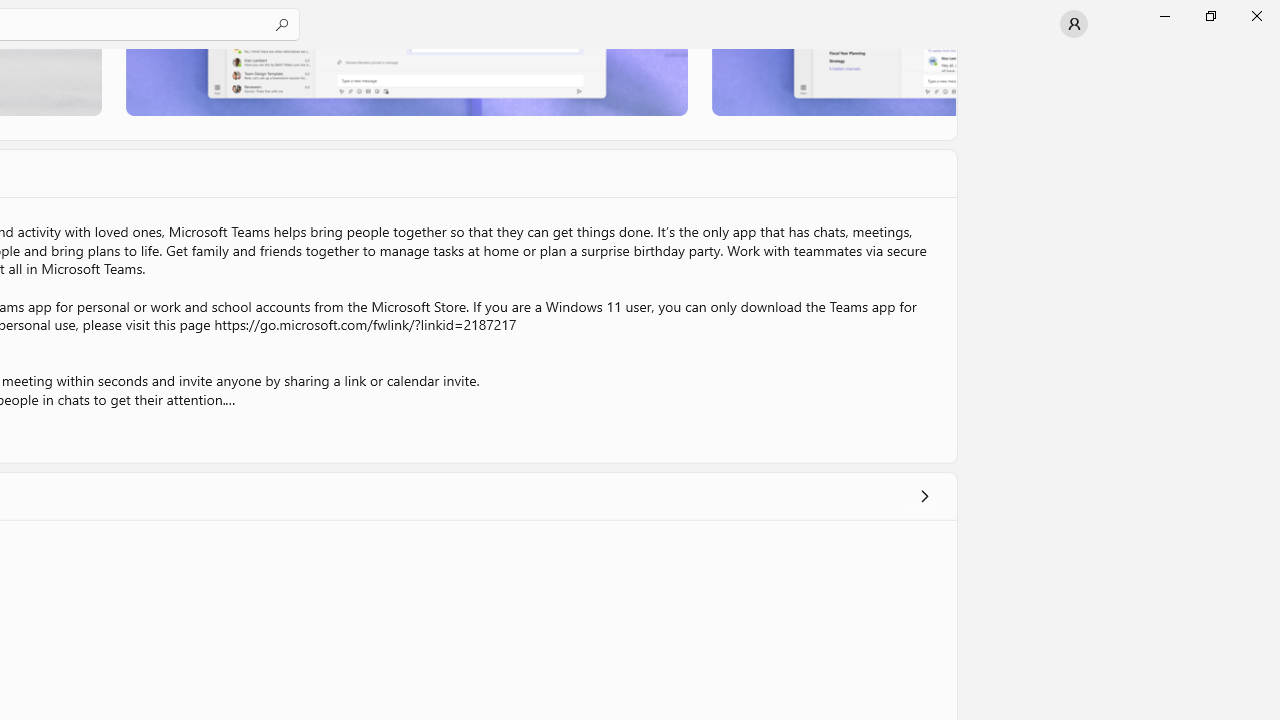 Image resolution: width=1280 pixels, height=720 pixels. I want to click on 'Minimize Microsoft Store', so click(1164, 15).